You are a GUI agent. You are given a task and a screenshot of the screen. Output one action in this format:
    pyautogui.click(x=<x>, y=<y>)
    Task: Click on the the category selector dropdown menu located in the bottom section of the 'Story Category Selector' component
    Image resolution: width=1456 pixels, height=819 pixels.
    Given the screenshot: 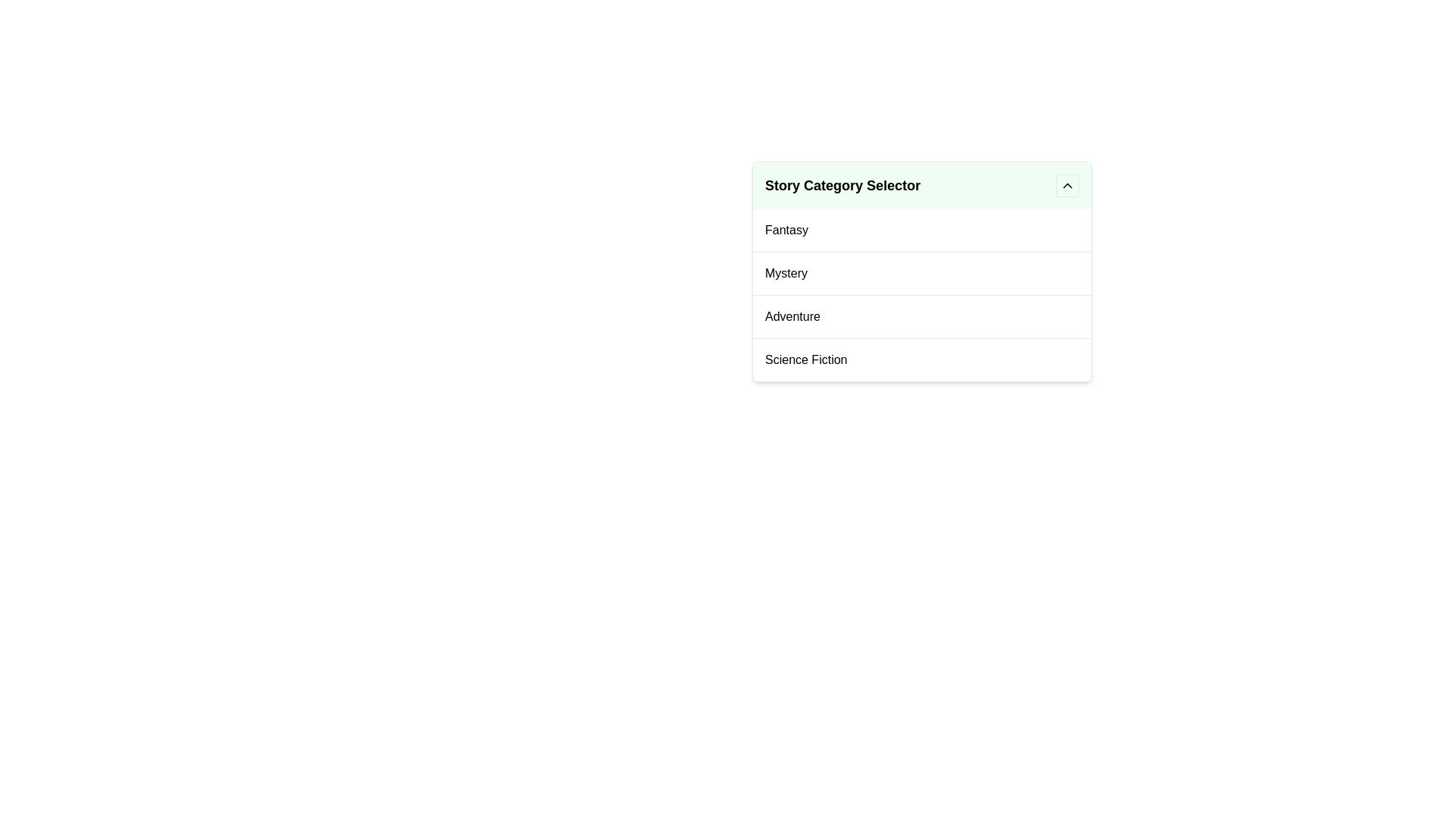 What is the action you would take?
    pyautogui.click(x=921, y=295)
    